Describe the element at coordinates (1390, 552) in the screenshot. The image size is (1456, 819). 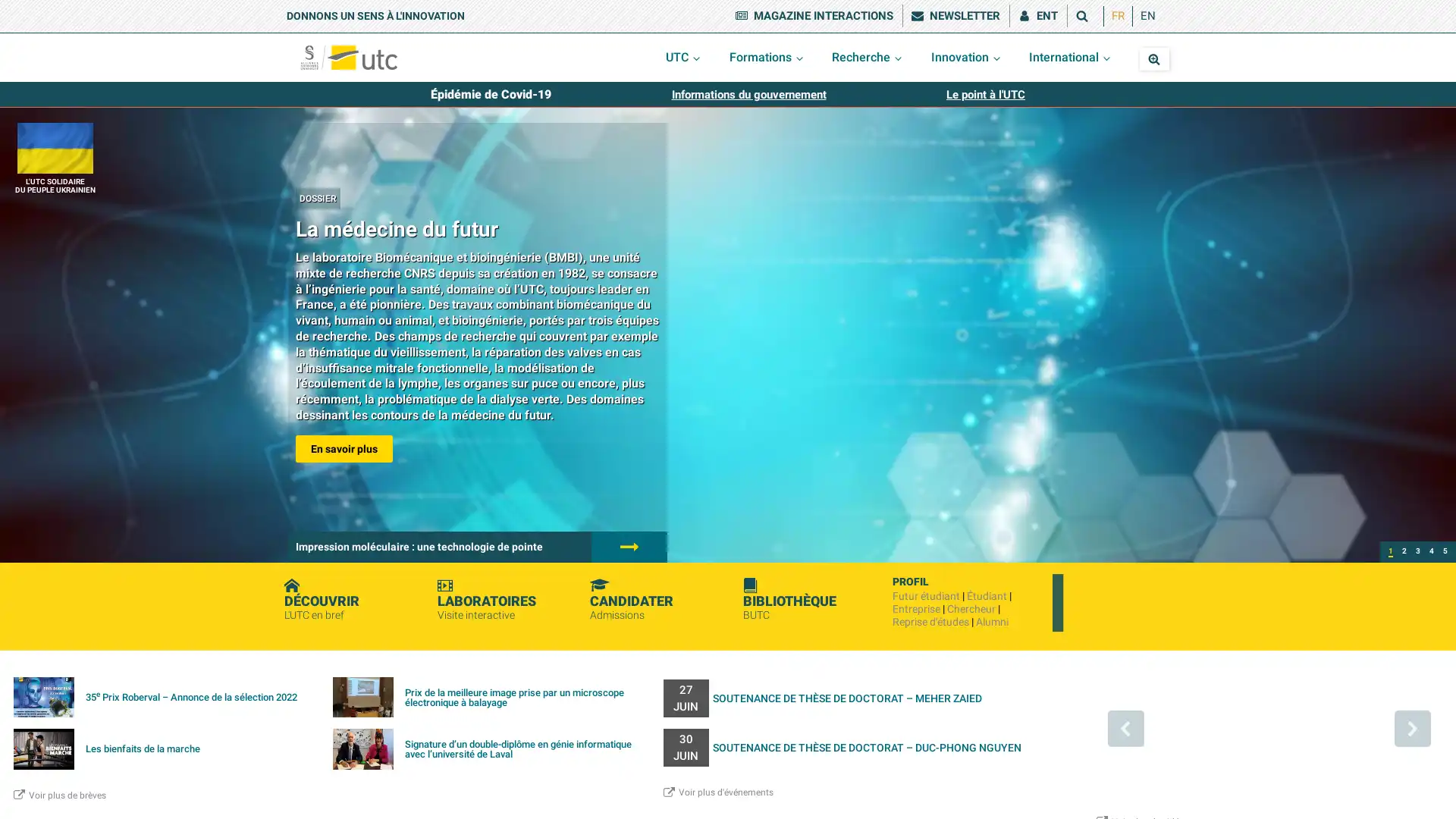
I see `La medecine du futur` at that location.